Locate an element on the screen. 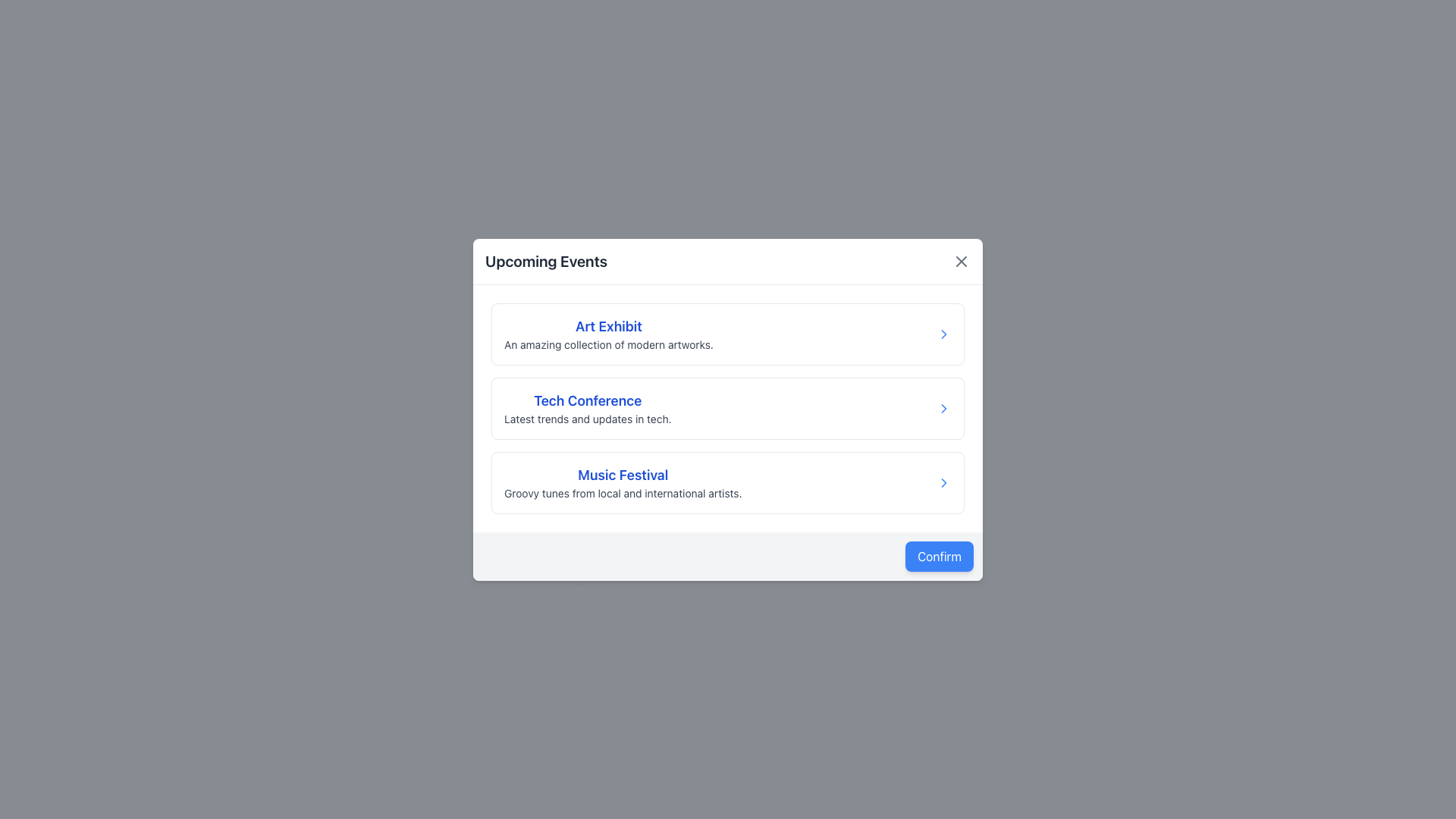 The width and height of the screenshot is (1456, 819). the summary entry for the music festival event, which is the third entry in a list of similar elements is located at coordinates (728, 482).